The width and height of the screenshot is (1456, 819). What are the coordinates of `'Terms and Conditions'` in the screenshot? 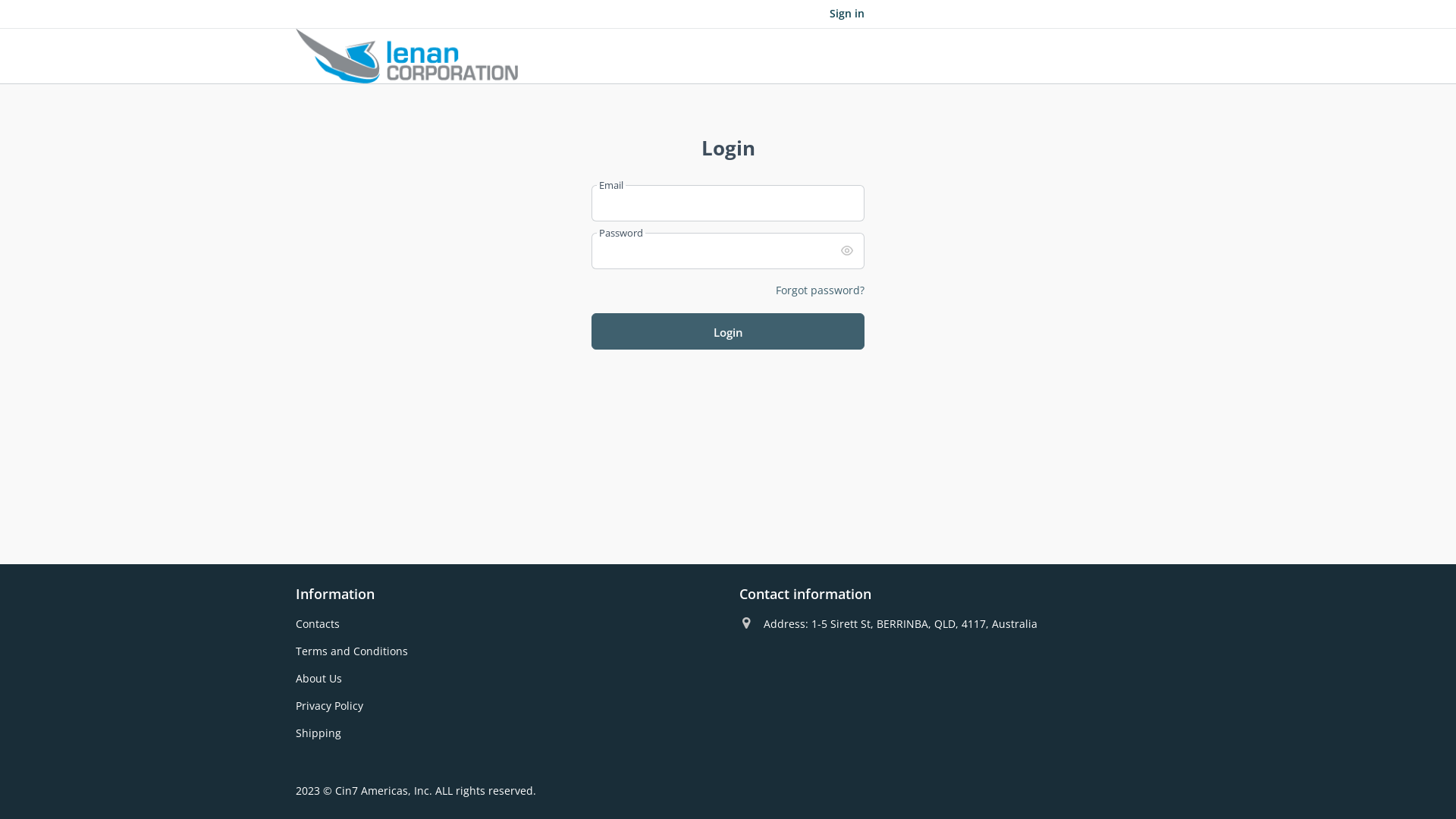 It's located at (351, 650).